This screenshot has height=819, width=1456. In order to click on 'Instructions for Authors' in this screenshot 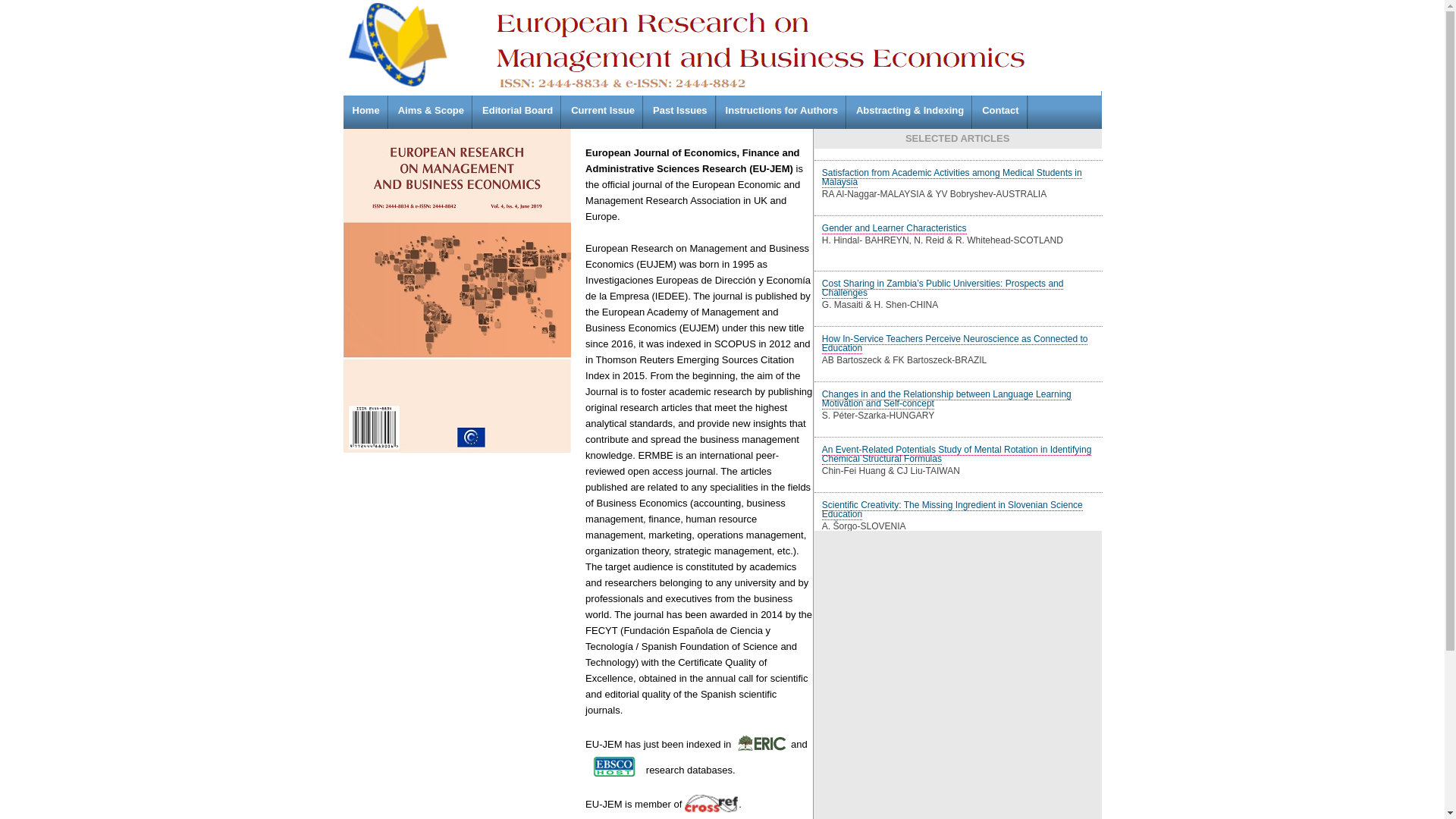, I will do `click(782, 109)`.